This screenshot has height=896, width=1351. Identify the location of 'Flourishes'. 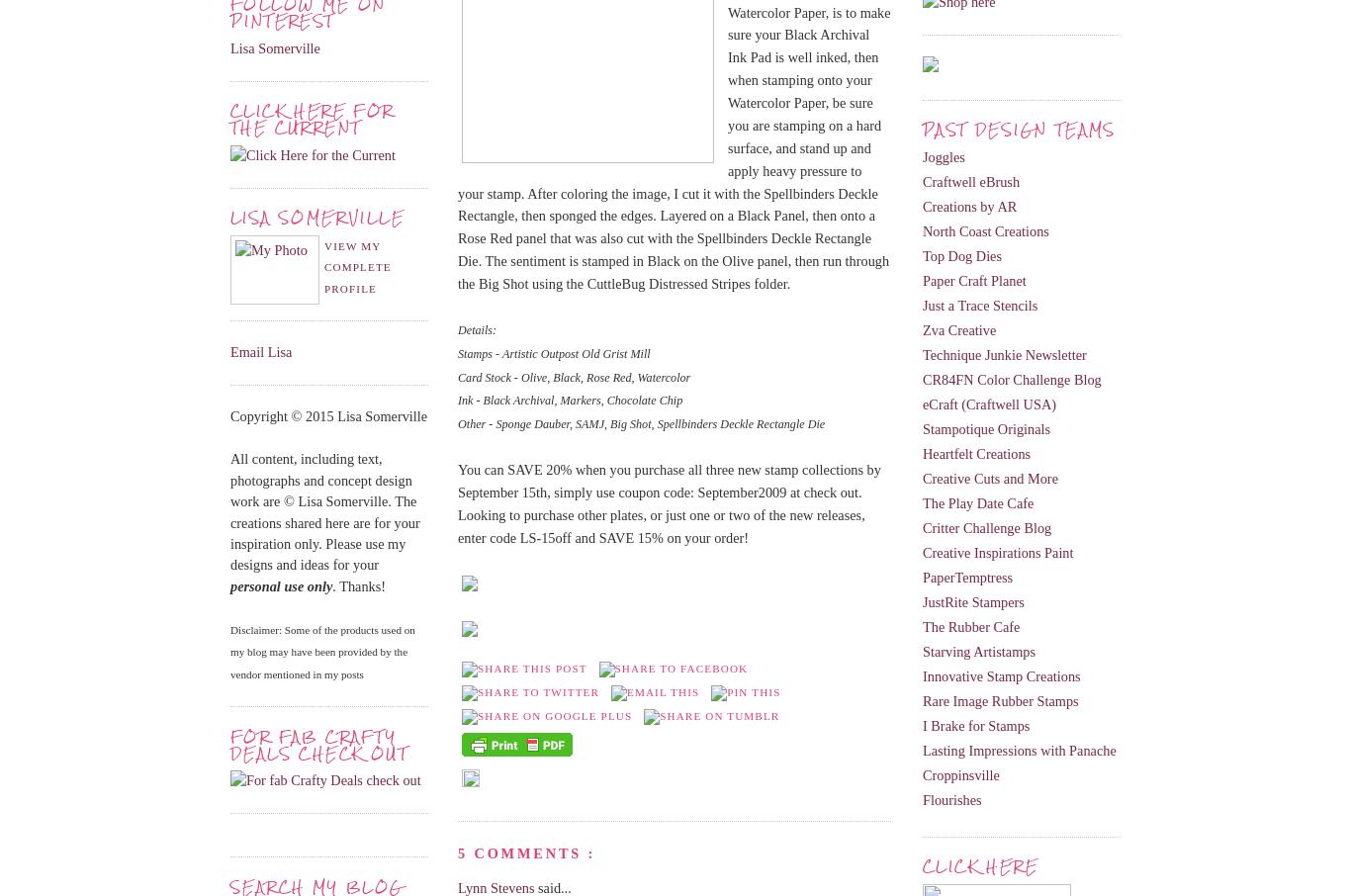
(951, 799).